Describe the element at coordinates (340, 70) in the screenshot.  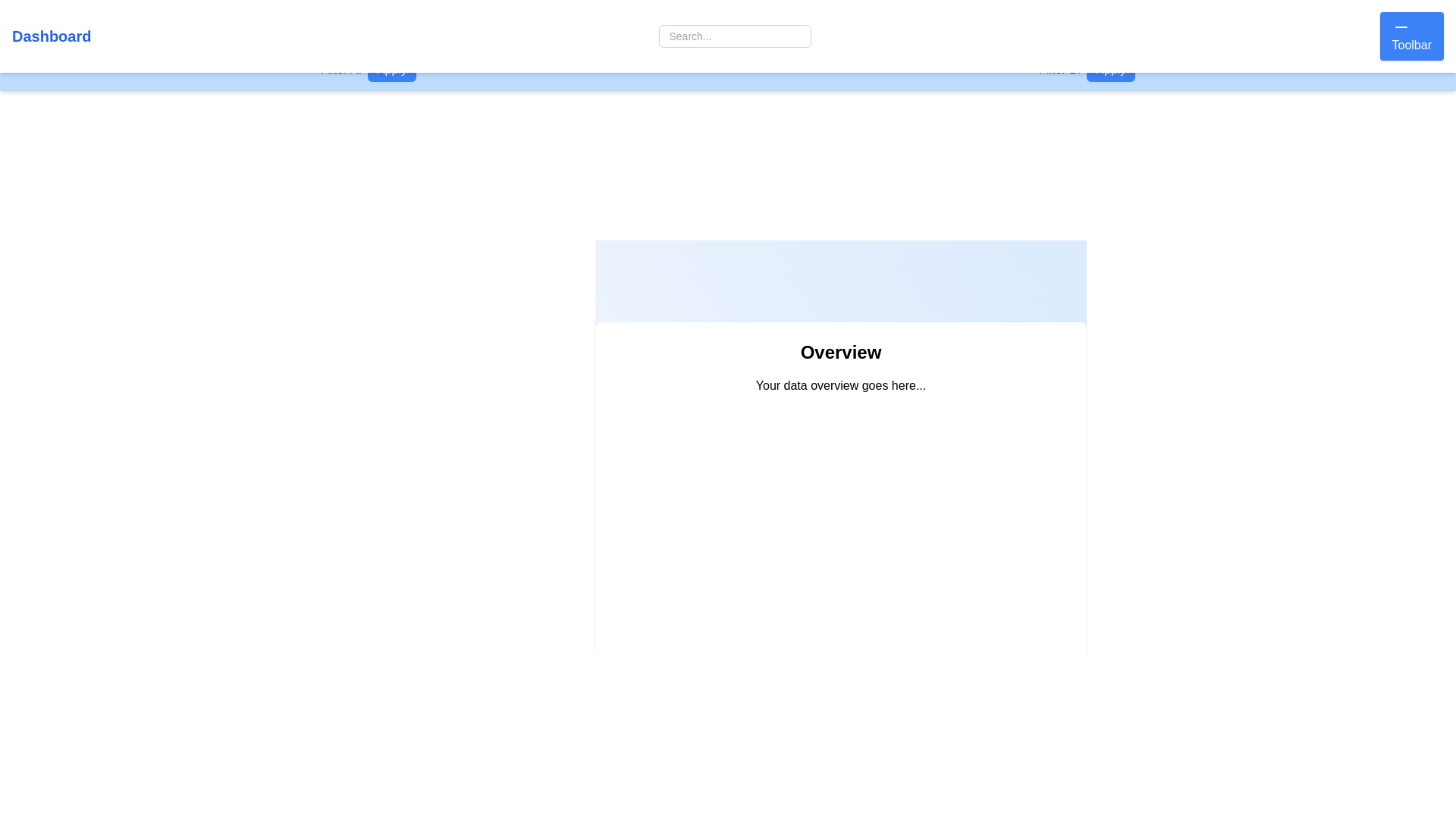
I see `the static text label on the blue status bar that provides a descriptor for related filter actions, located to the left of the 'Apply' button` at that location.